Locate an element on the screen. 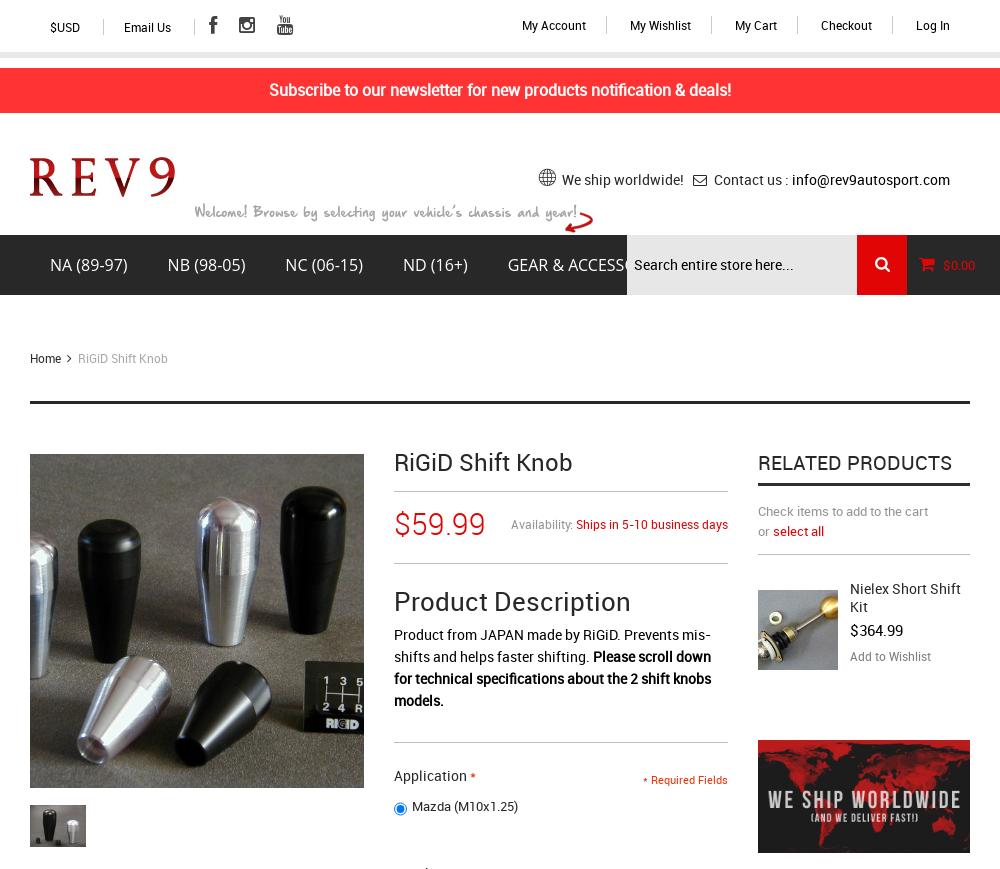  'ND (16+)' is located at coordinates (434, 263).